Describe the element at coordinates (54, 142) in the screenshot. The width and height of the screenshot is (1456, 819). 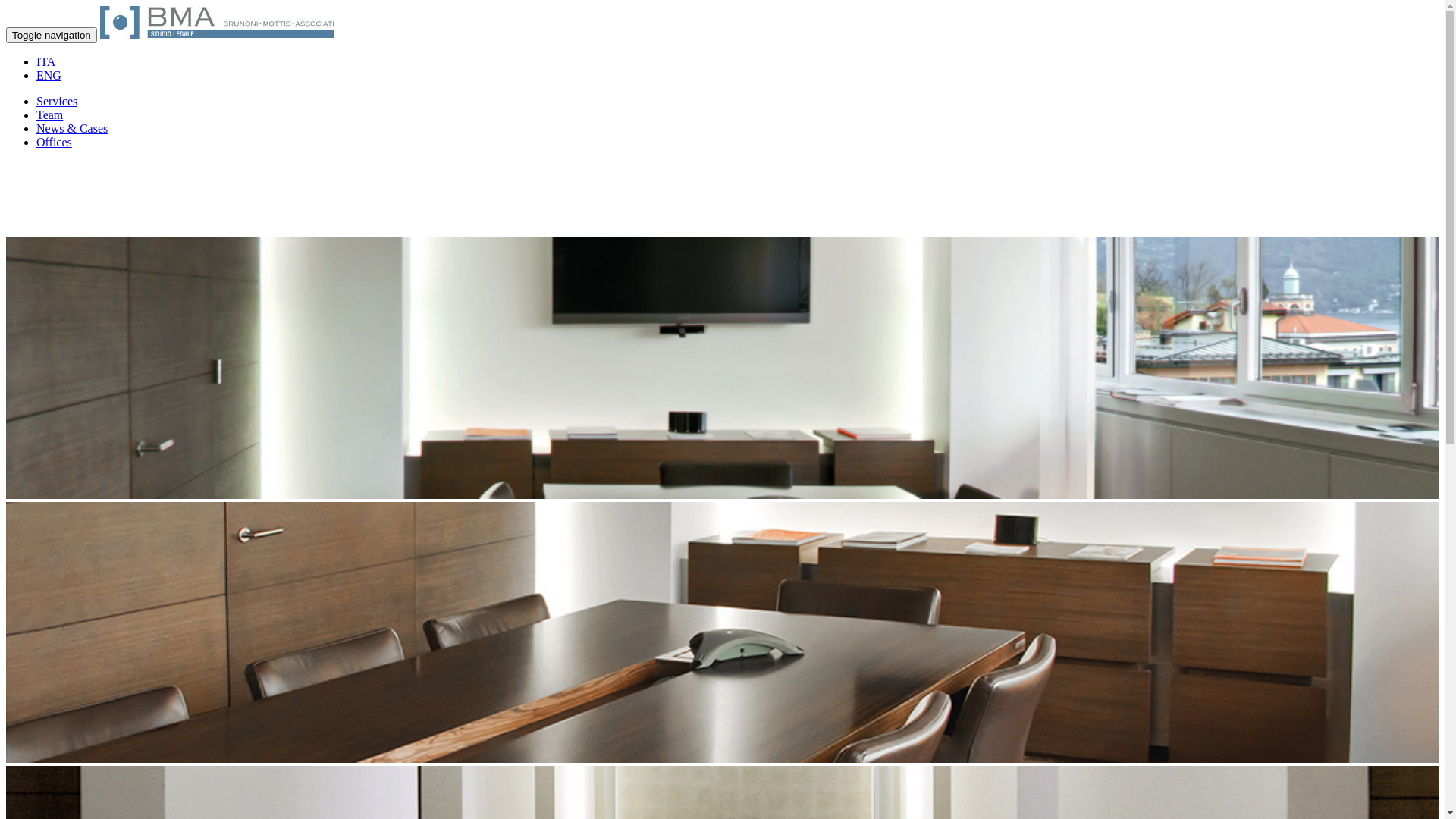
I see `'Offices'` at that location.